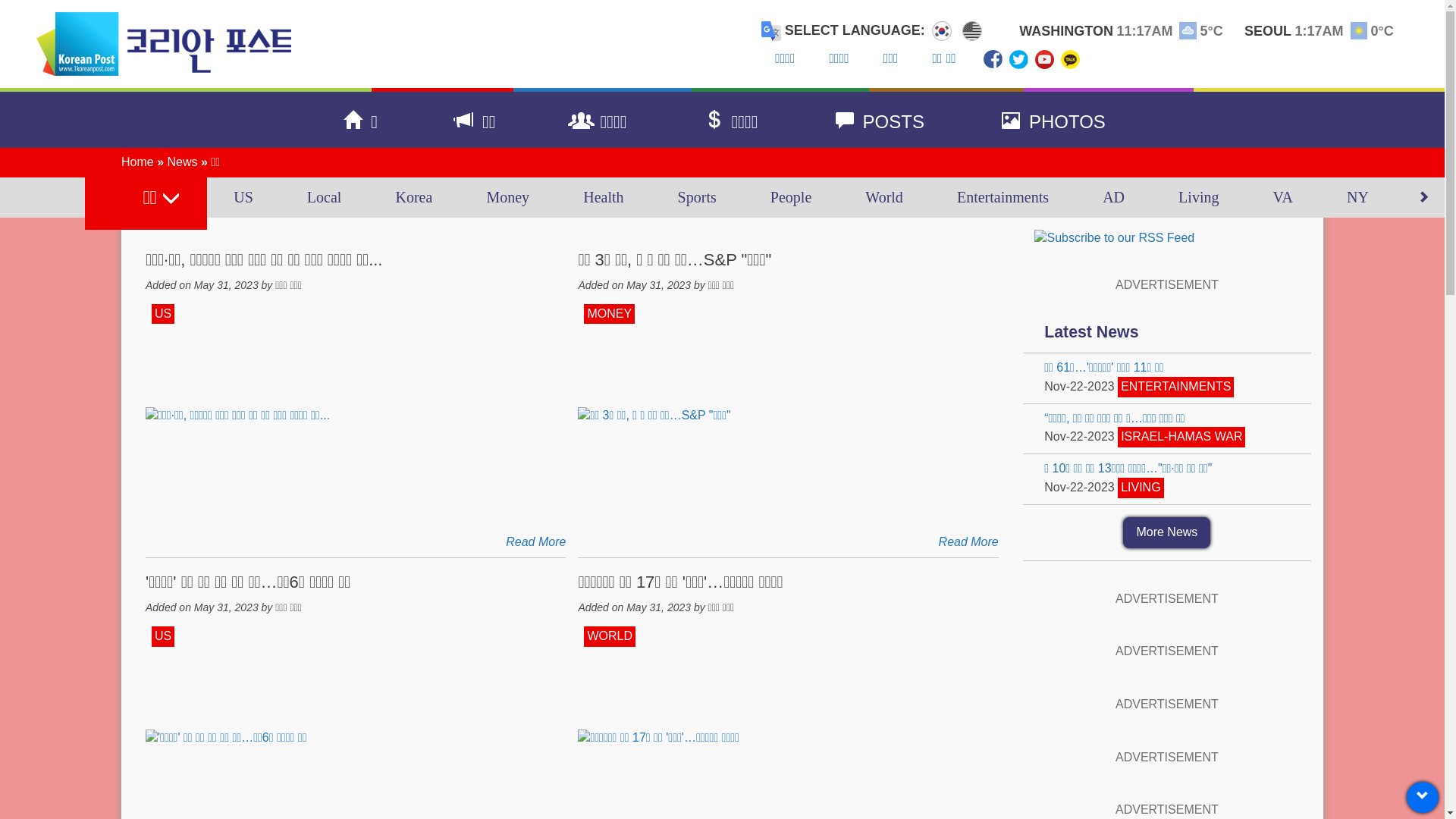 The width and height of the screenshot is (1456, 819). What do you see at coordinates (1357, 197) in the screenshot?
I see `'NY'` at bounding box center [1357, 197].